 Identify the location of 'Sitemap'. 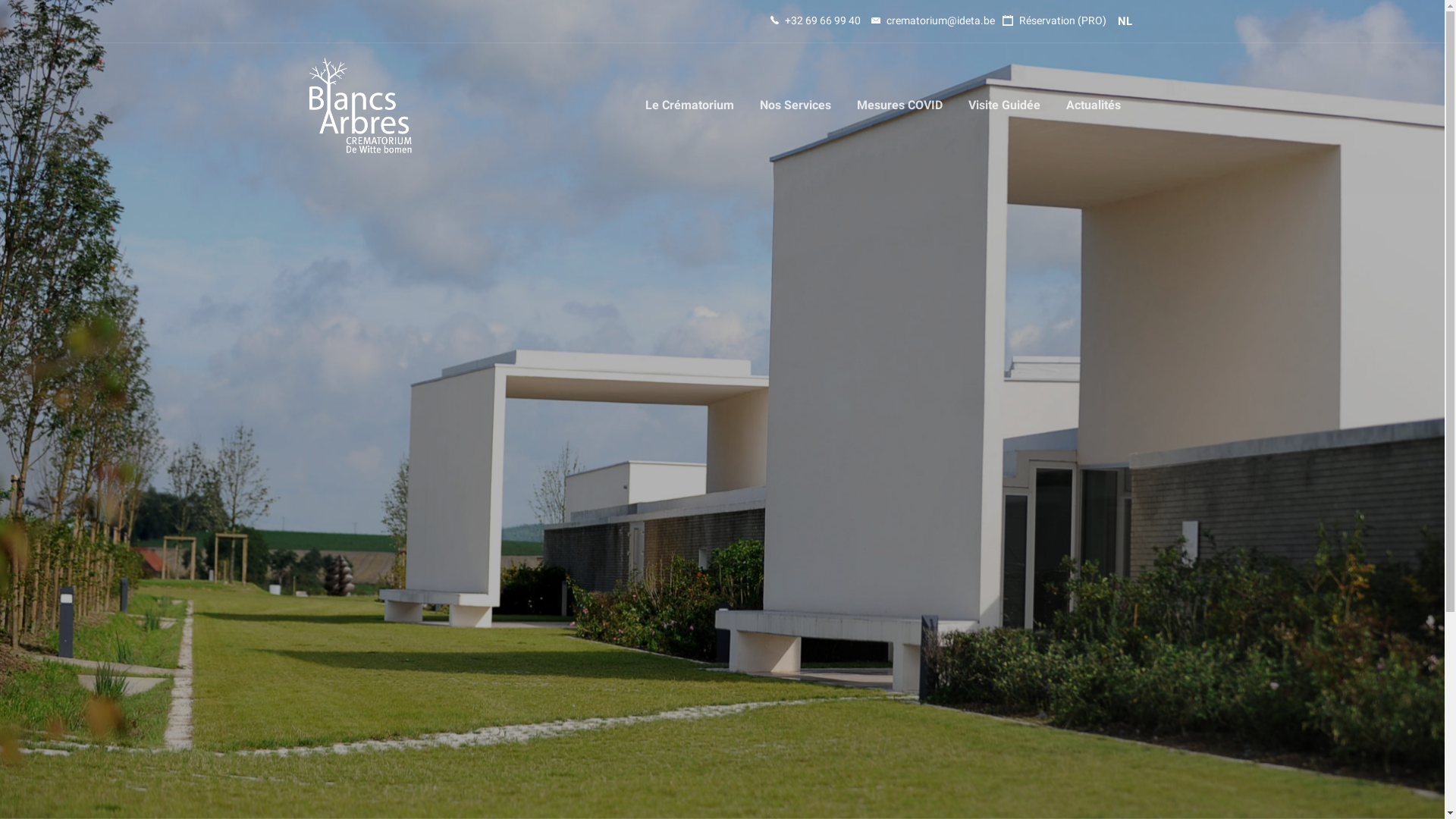
(755, 704).